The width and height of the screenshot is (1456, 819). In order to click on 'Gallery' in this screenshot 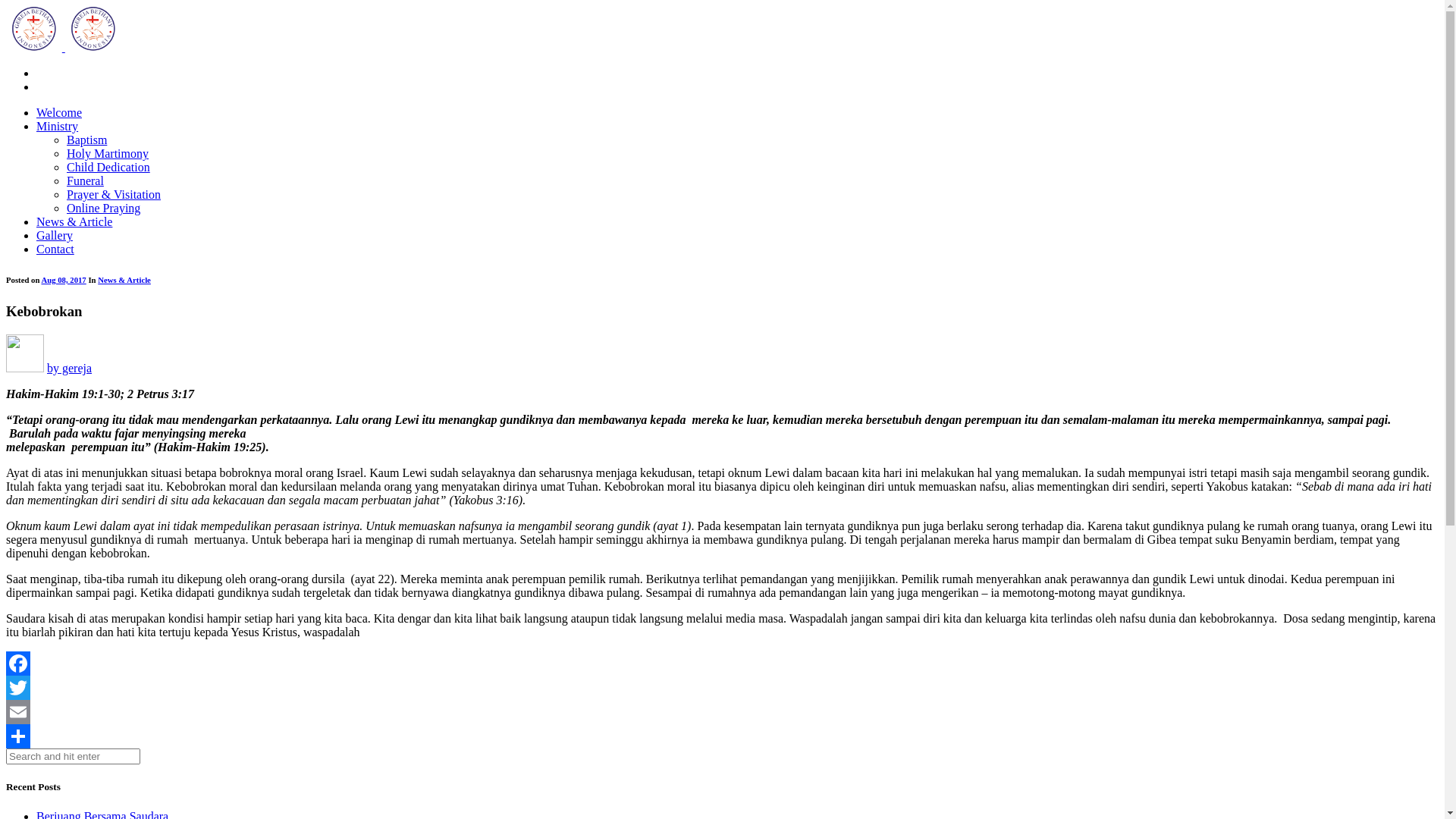, I will do `click(55, 235)`.